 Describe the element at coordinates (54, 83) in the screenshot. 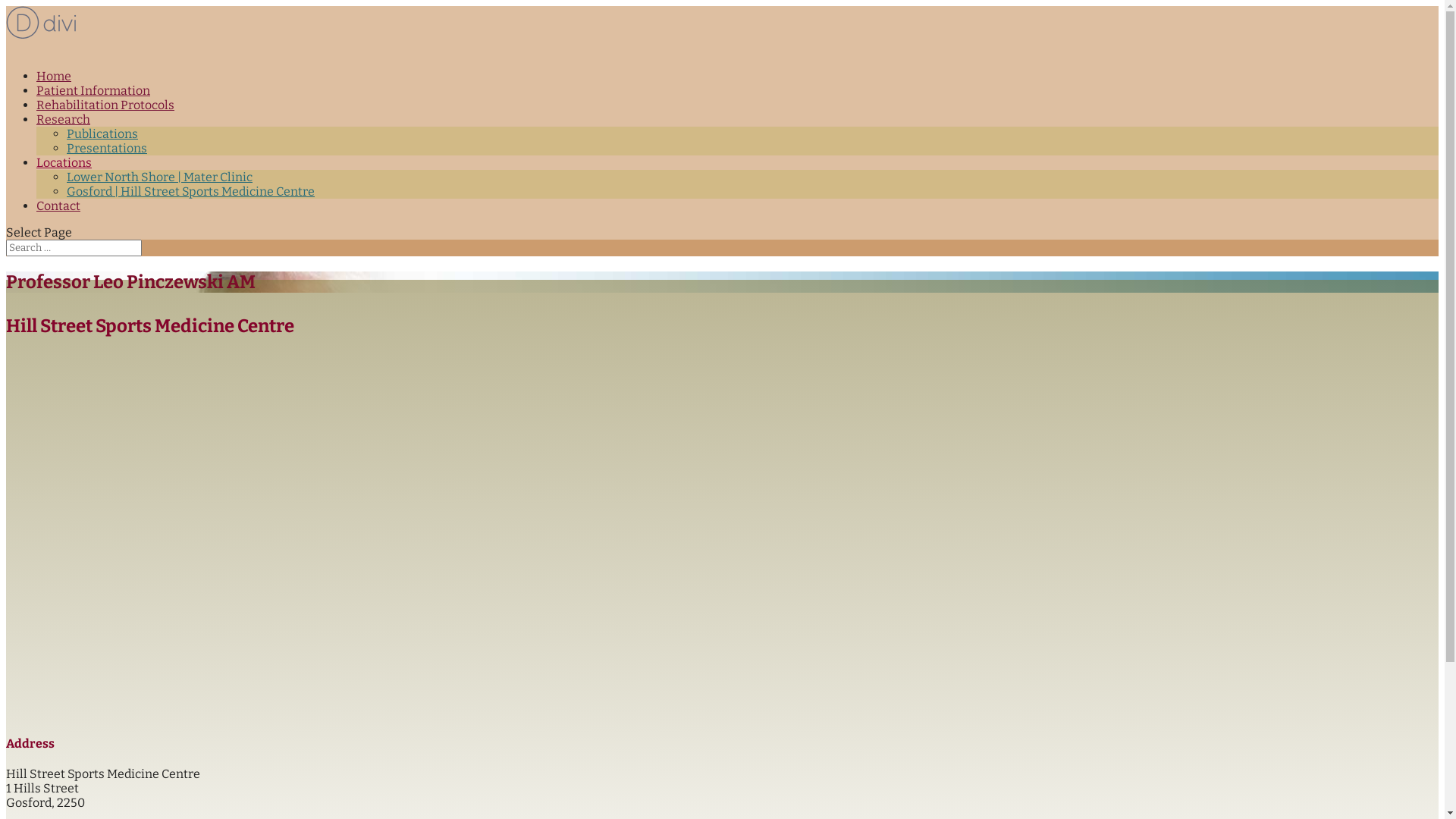

I see `'Home'` at that location.